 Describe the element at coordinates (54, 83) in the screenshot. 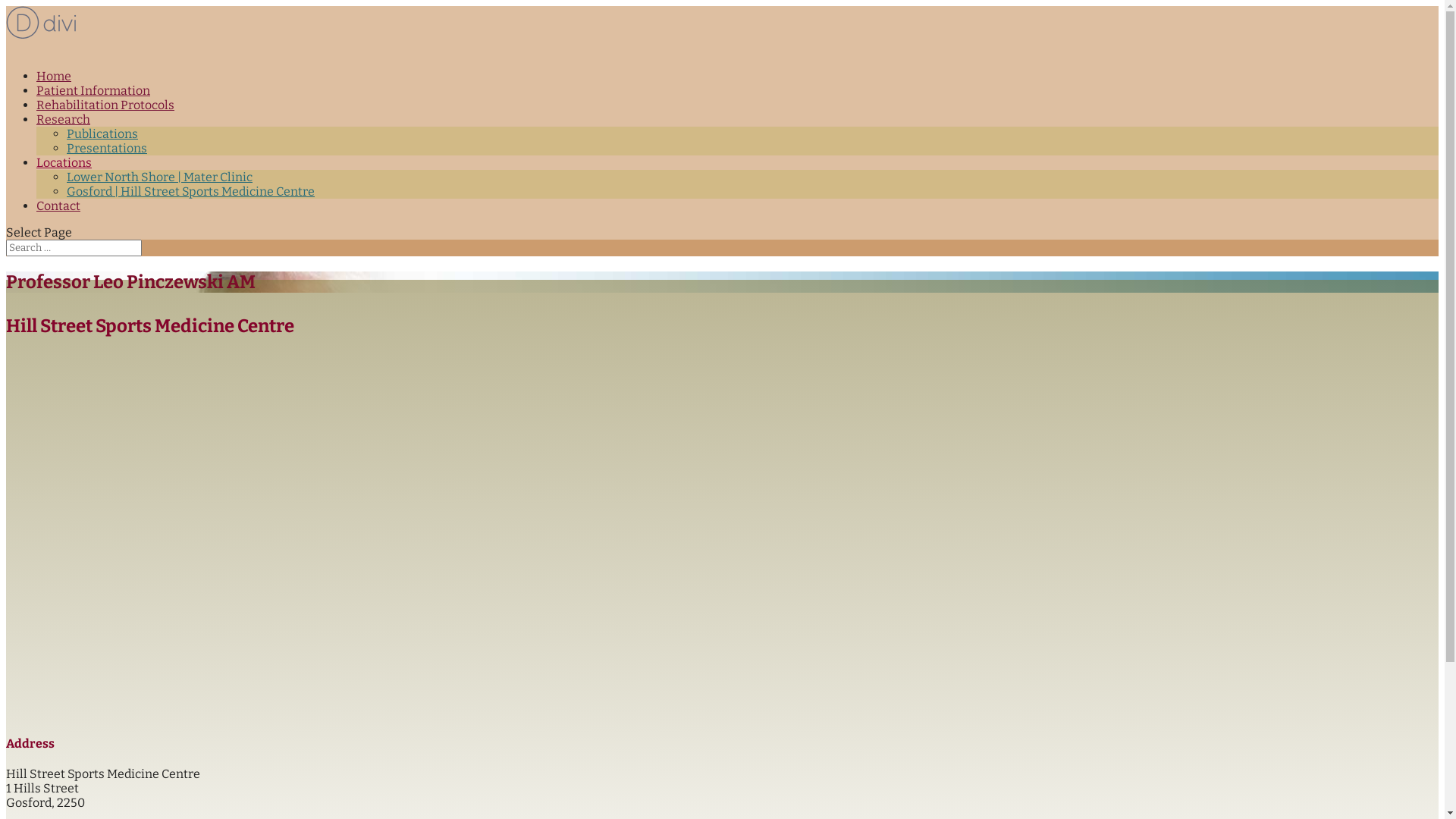

I see `'Home'` at that location.